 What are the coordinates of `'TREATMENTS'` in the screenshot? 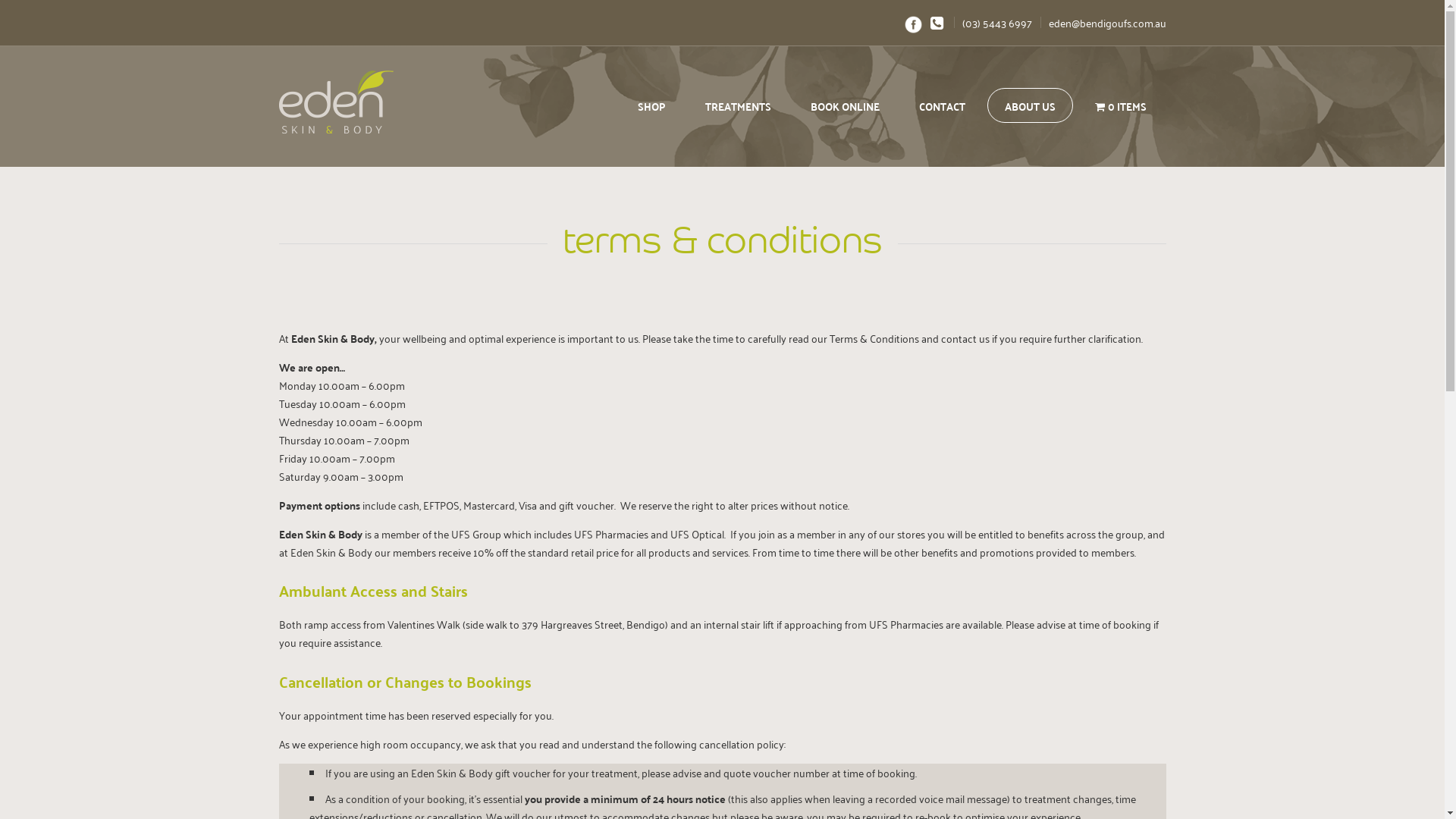 It's located at (687, 104).